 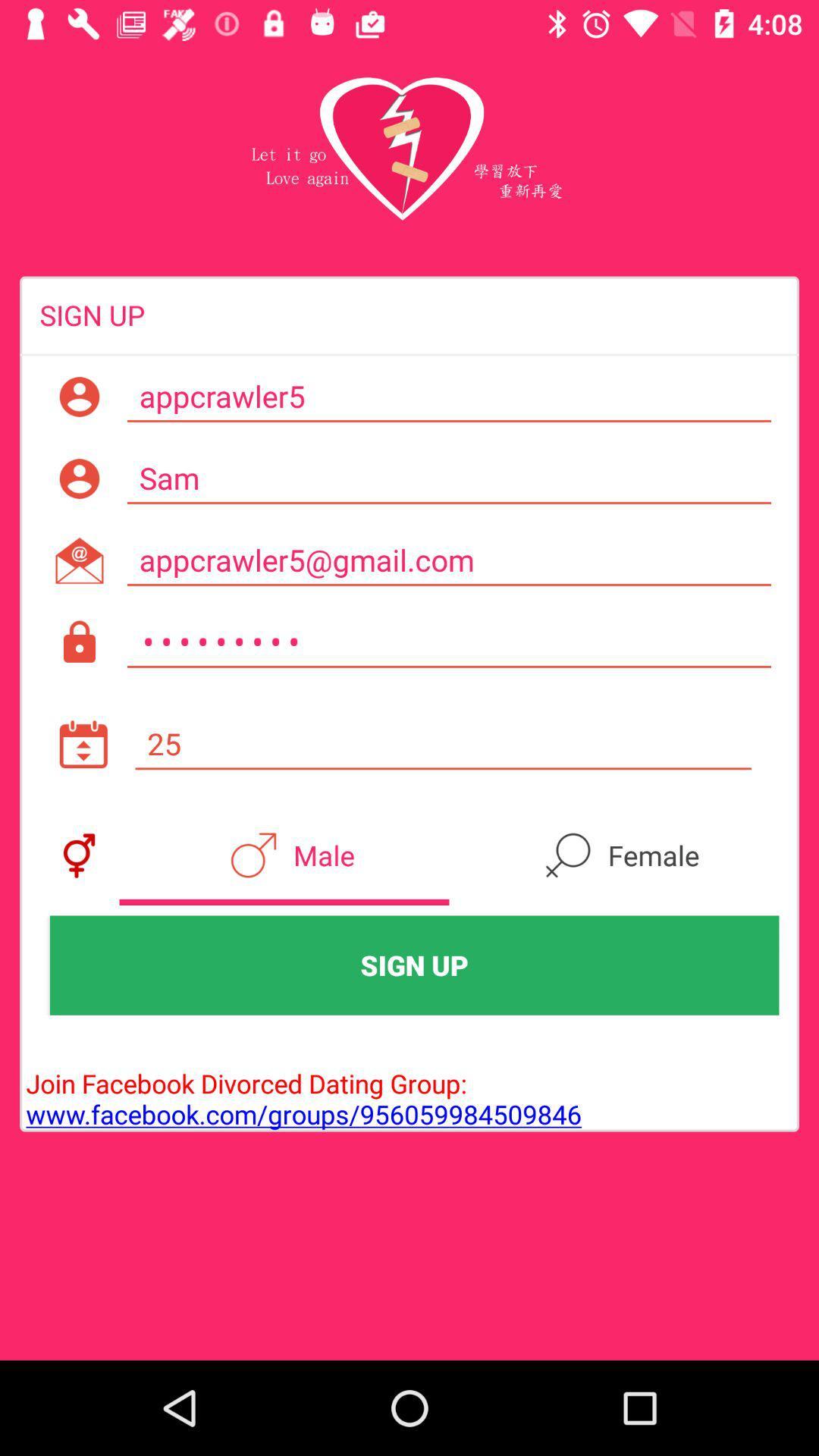 I want to click on join facebook divorced, so click(x=300, y=1082).